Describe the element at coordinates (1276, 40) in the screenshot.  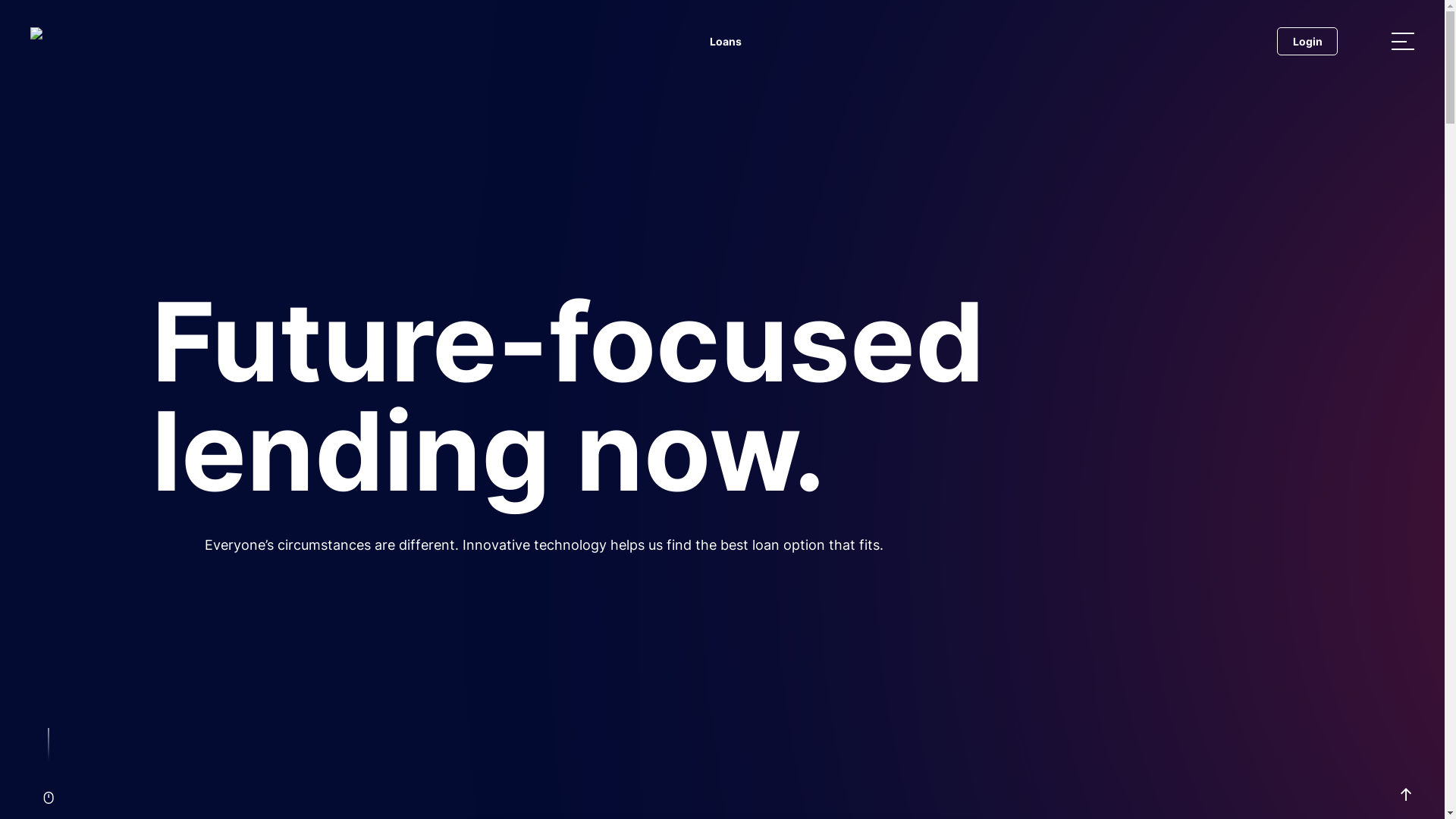
I see `'Login'` at that location.